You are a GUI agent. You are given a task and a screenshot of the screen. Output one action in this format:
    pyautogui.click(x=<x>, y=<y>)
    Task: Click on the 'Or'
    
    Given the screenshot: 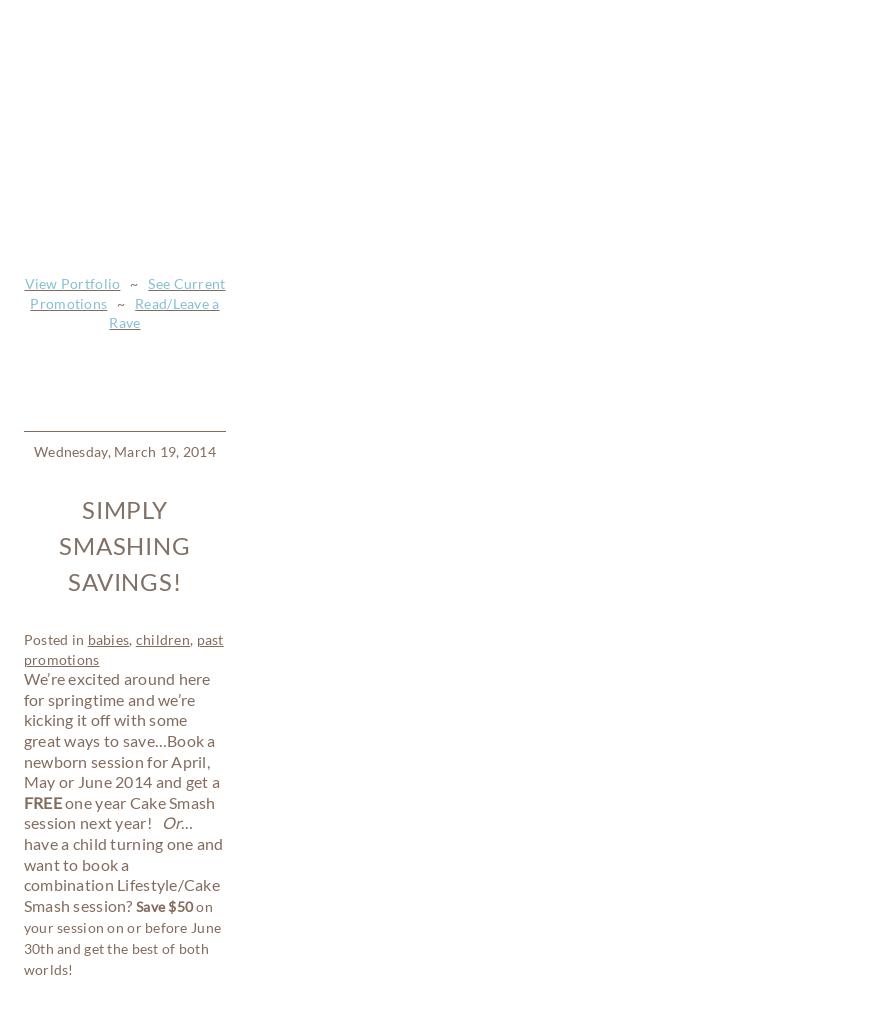 What is the action you would take?
    pyautogui.click(x=170, y=221)
    